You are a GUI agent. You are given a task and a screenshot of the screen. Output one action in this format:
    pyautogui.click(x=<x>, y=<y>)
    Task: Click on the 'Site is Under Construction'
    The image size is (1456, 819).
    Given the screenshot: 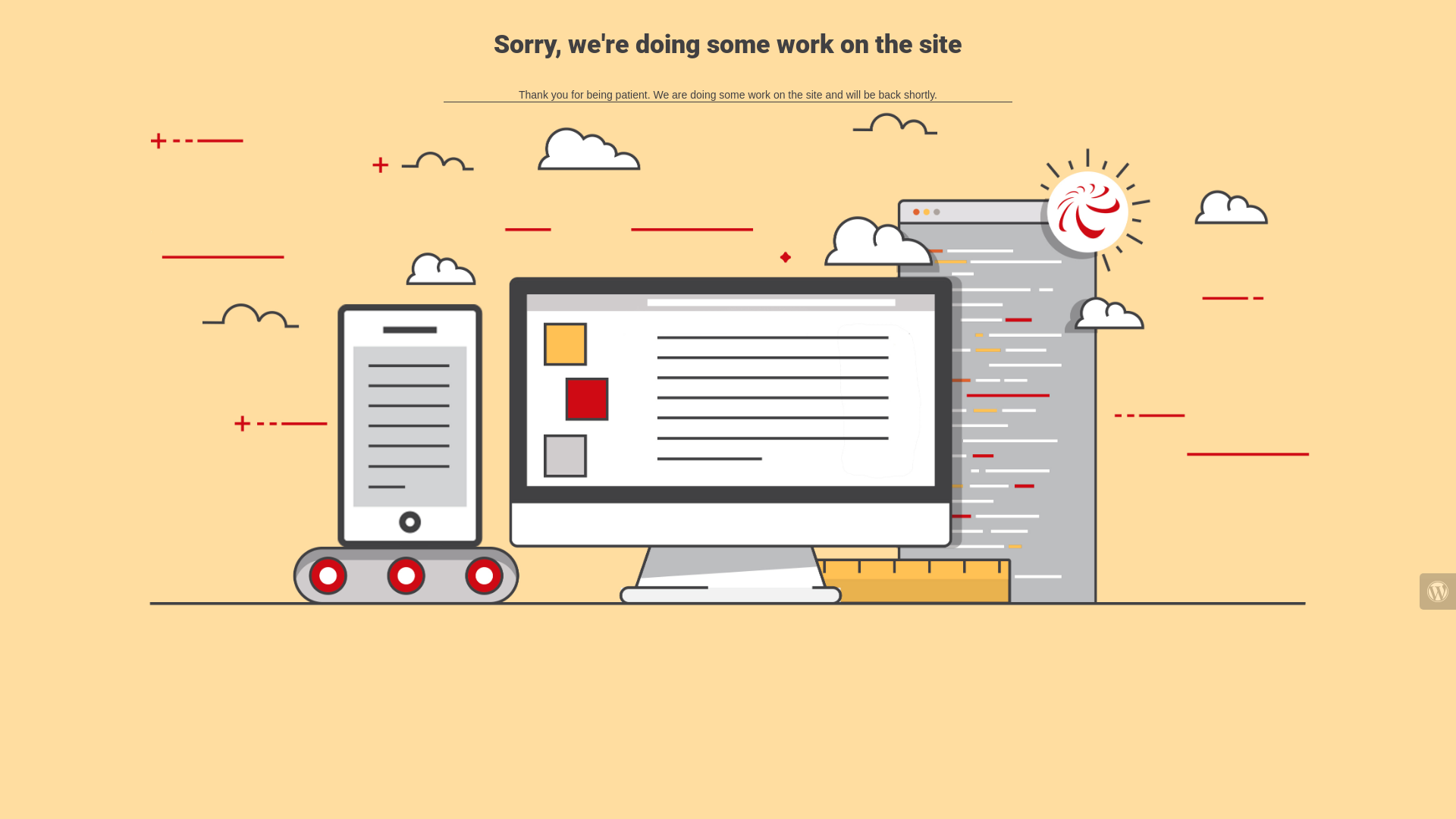 What is the action you would take?
    pyautogui.click(x=728, y=359)
    